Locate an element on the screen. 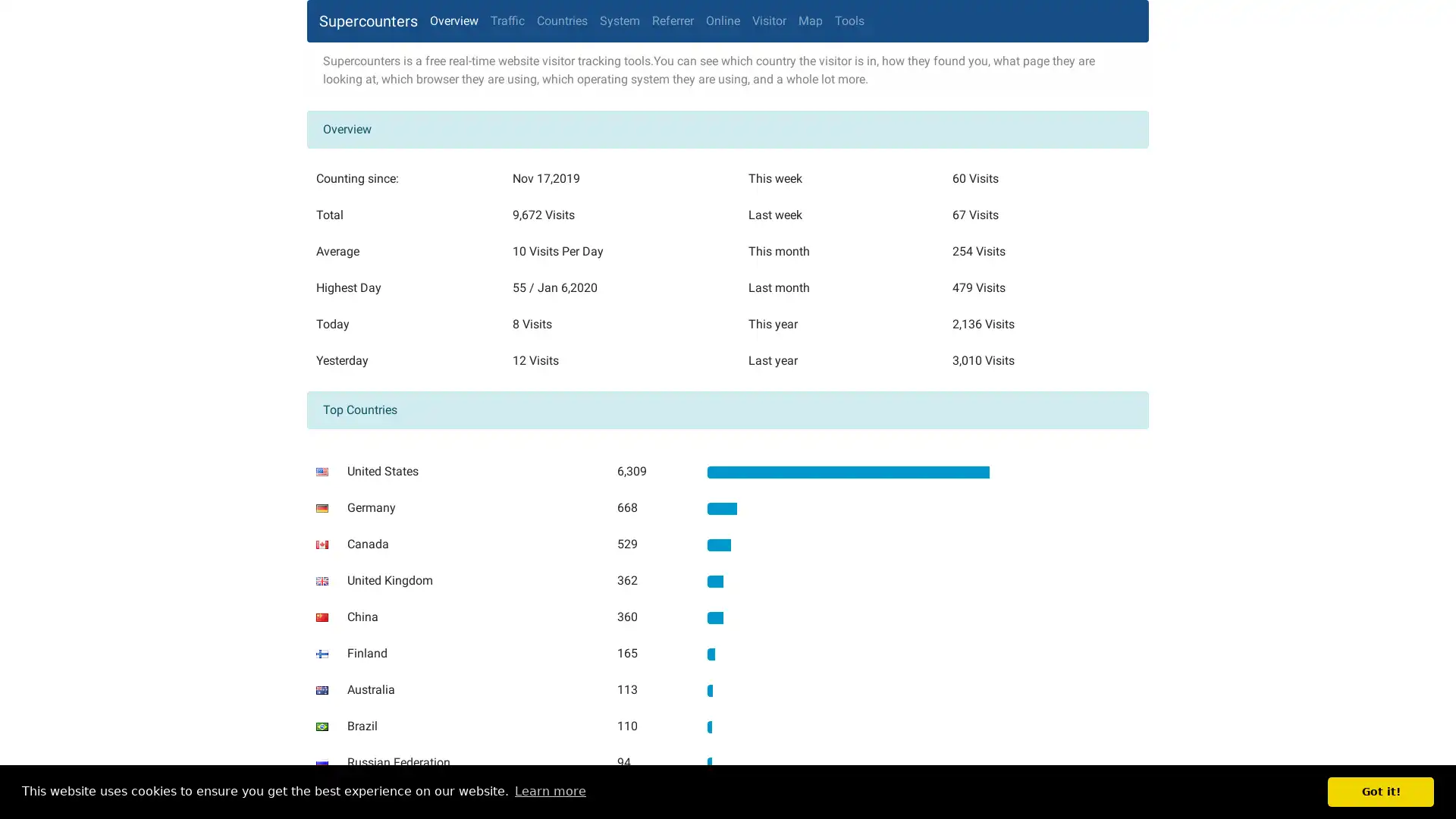  learn more about cookies is located at coordinates (549, 791).